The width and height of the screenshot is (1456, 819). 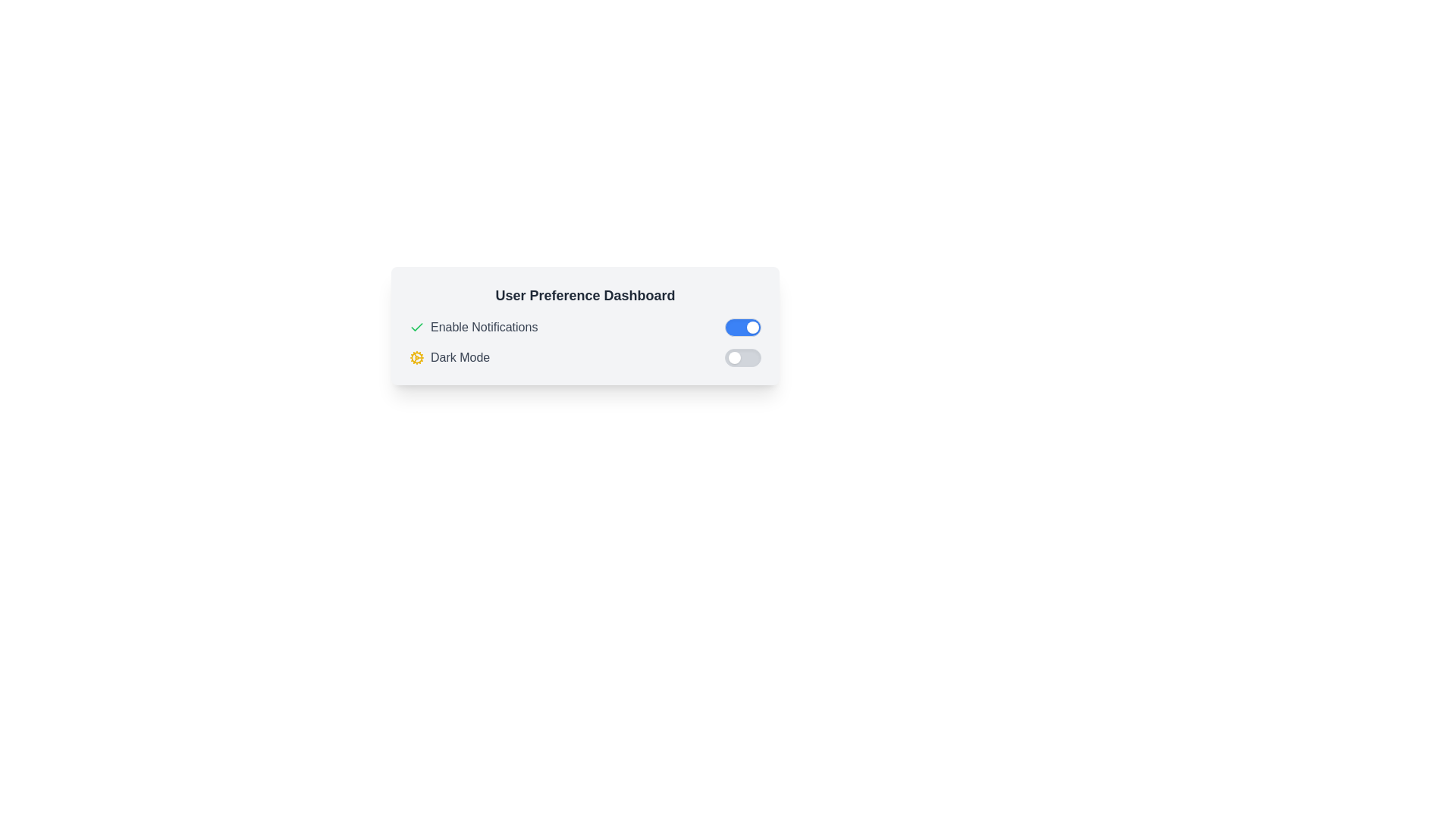 I want to click on the 'Enable Notifications' text label located in the settings interface, which is styled in a muted gray color and positioned to the left of a toggle switch, so click(x=483, y=327).